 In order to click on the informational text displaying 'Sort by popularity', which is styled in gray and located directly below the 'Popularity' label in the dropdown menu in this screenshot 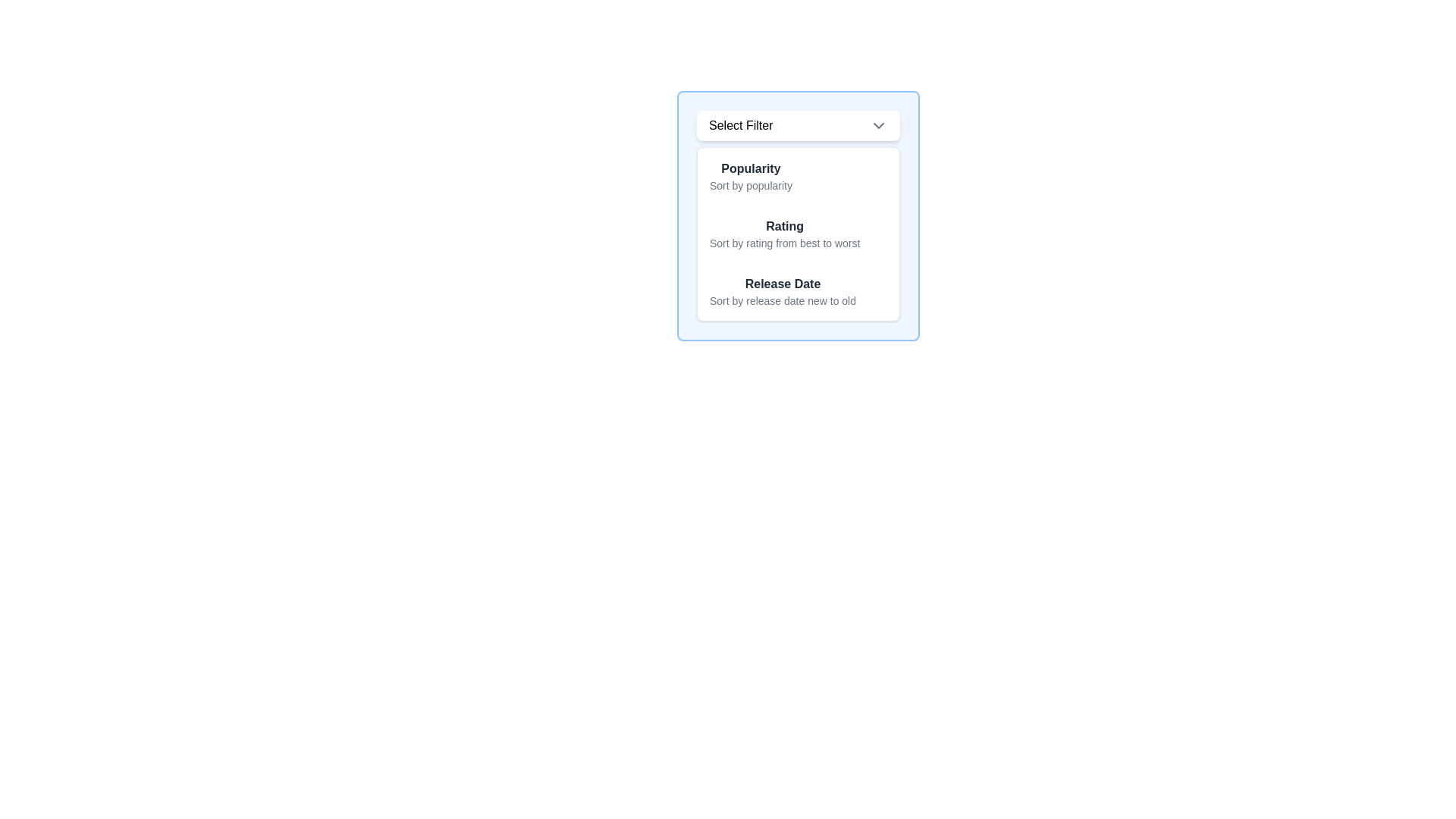, I will do `click(751, 185)`.